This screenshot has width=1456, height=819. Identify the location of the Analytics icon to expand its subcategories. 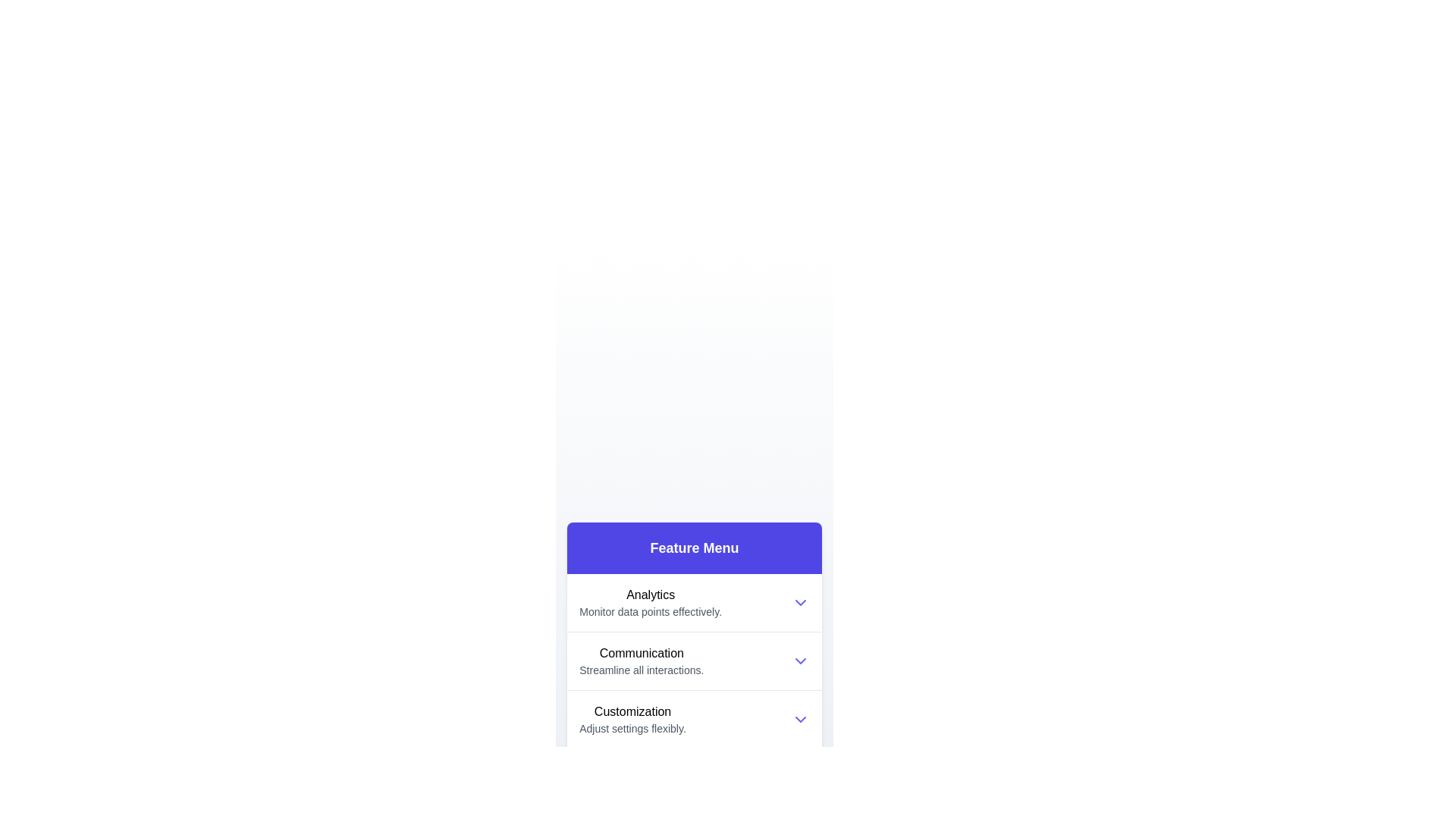
(651, 601).